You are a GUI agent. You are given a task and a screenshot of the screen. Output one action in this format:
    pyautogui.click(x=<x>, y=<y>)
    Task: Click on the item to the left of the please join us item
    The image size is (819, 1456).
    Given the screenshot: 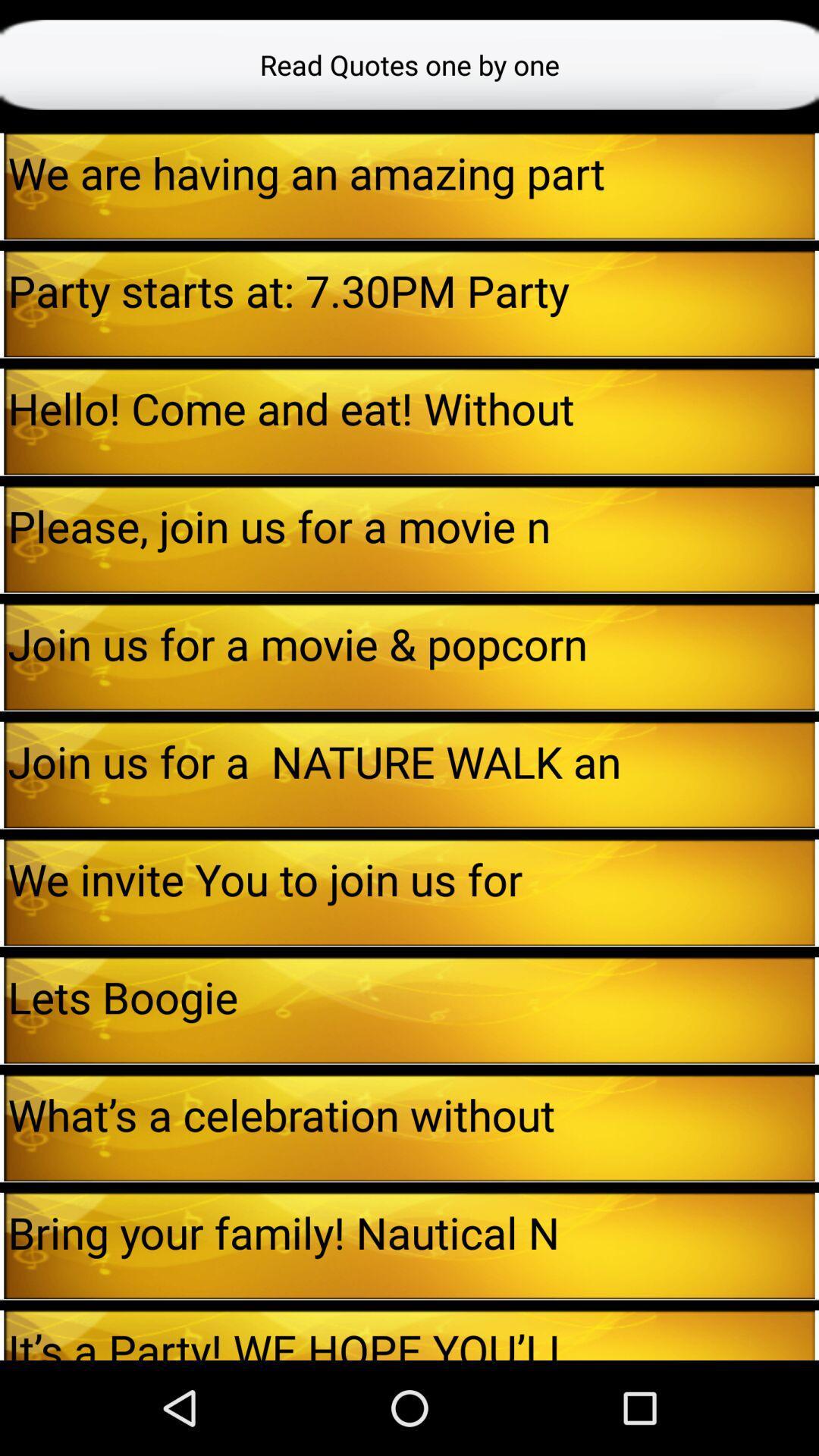 What is the action you would take?
    pyautogui.click(x=2, y=539)
    